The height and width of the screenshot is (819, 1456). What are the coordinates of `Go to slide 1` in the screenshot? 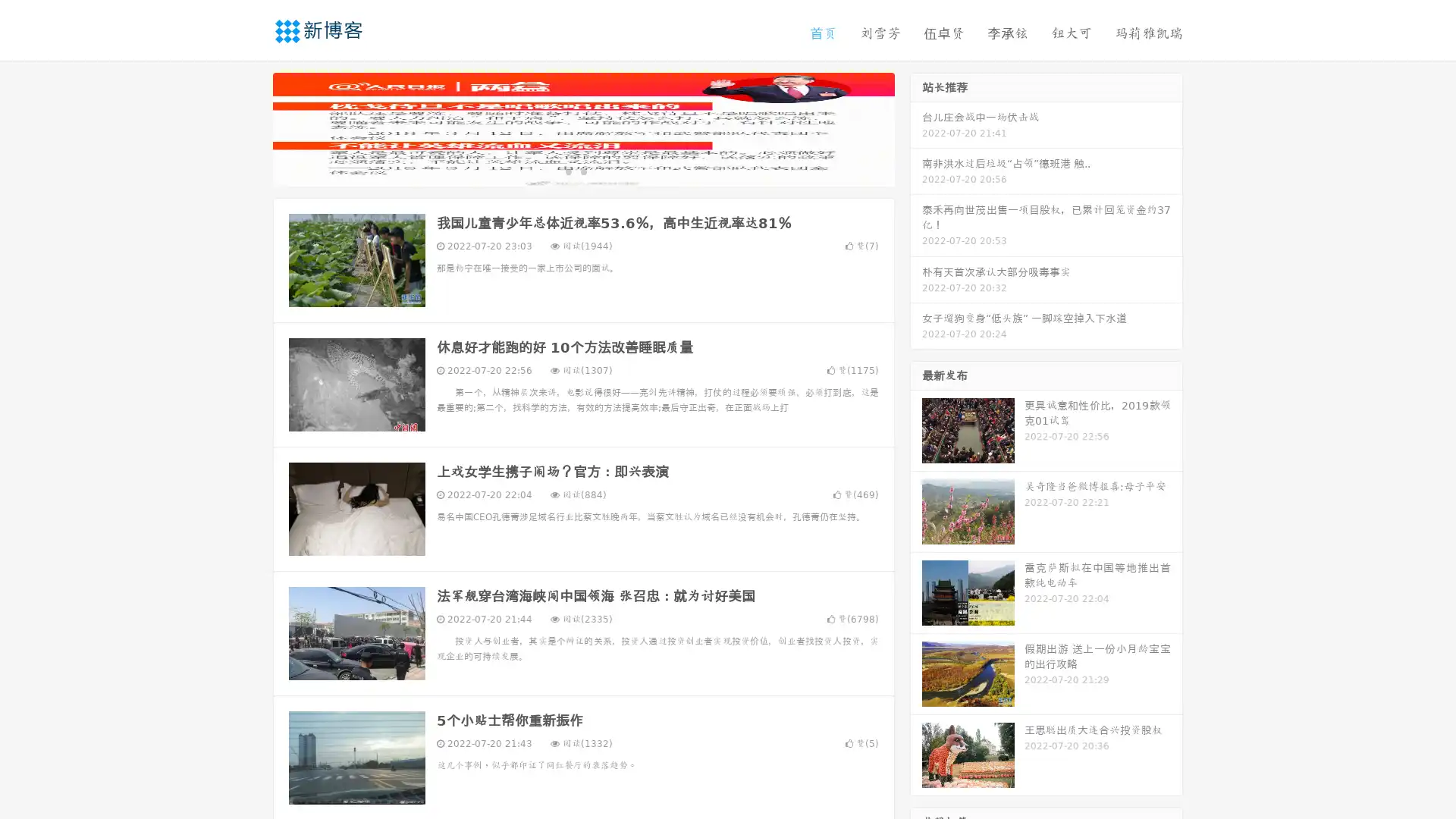 It's located at (567, 171).